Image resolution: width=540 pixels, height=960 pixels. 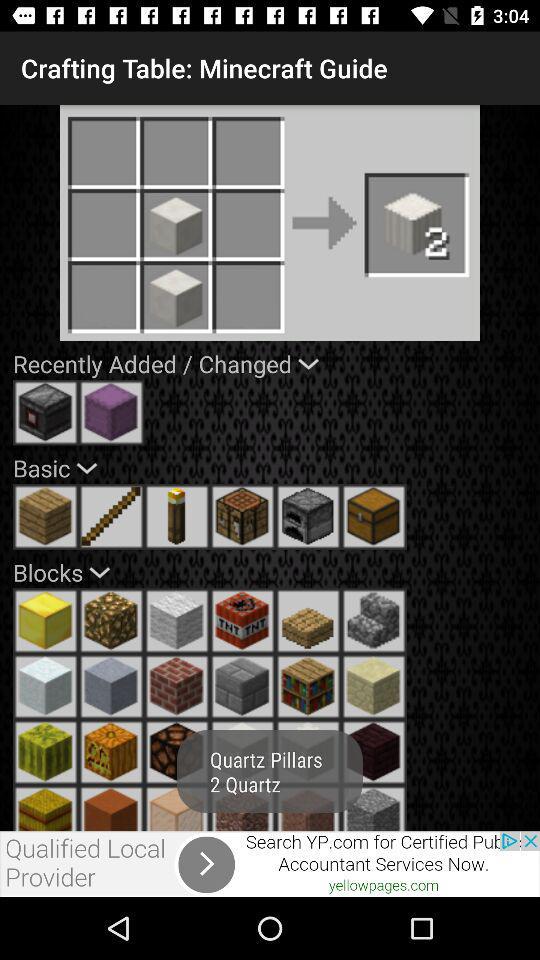 I want to click on the star icon, so click(x=242, y=808).